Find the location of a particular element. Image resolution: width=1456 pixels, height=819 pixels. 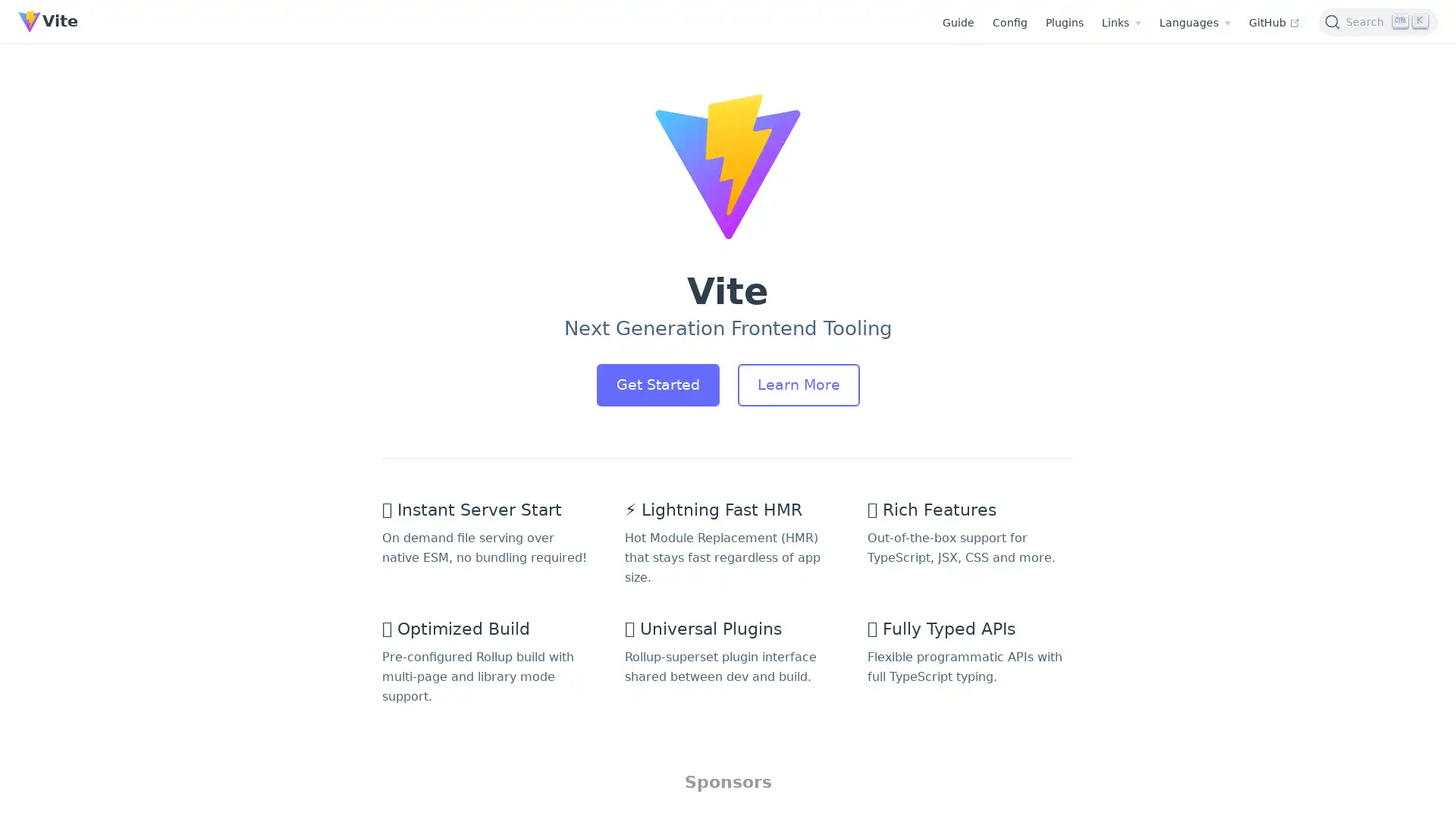

Languages is located at coordinates (1194, 23).